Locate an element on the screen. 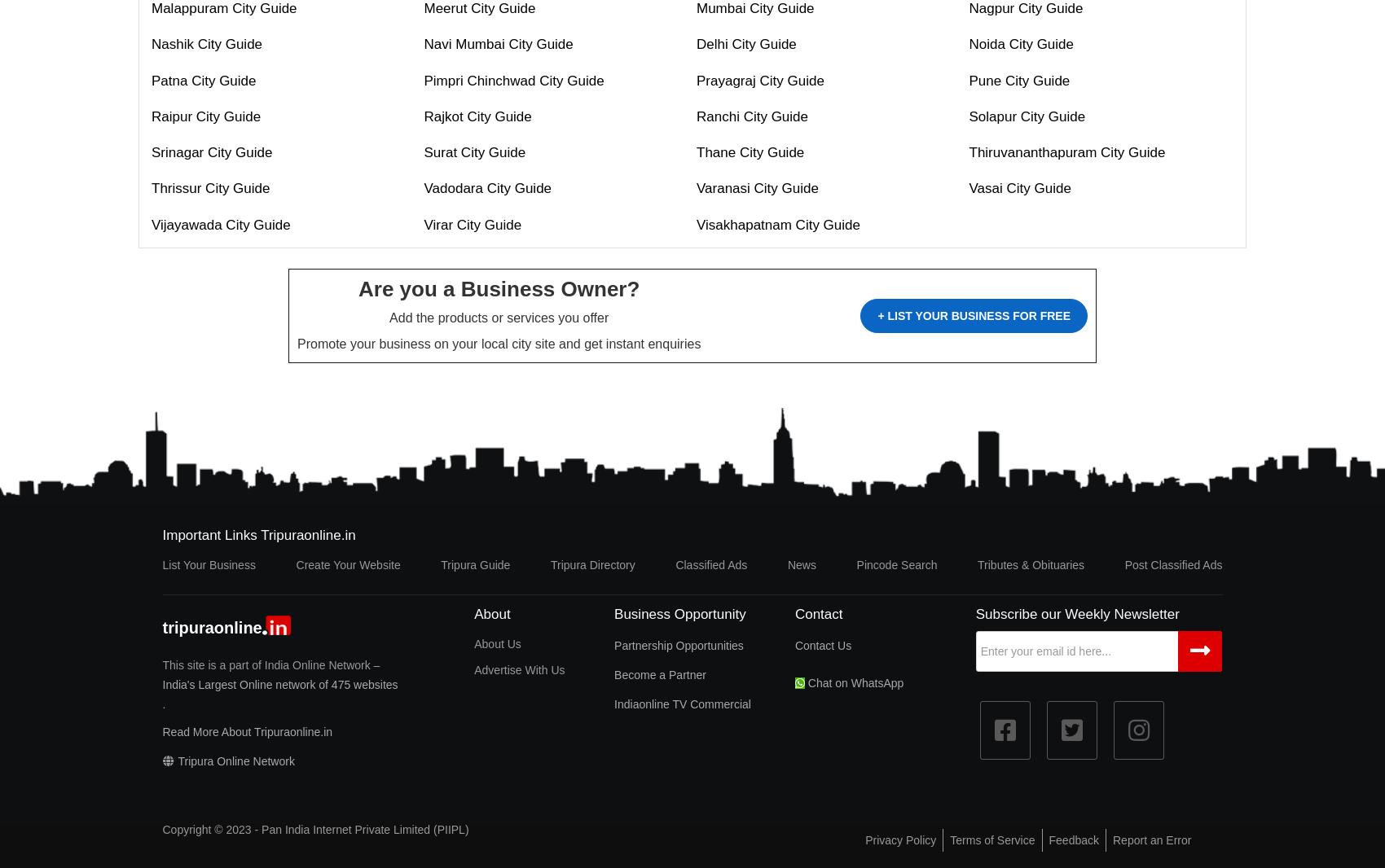 This screenshot has height=868, width=1385. '+ LIST YOUR BUSINESS FOR FREE' is located at coordinates (877, 316).